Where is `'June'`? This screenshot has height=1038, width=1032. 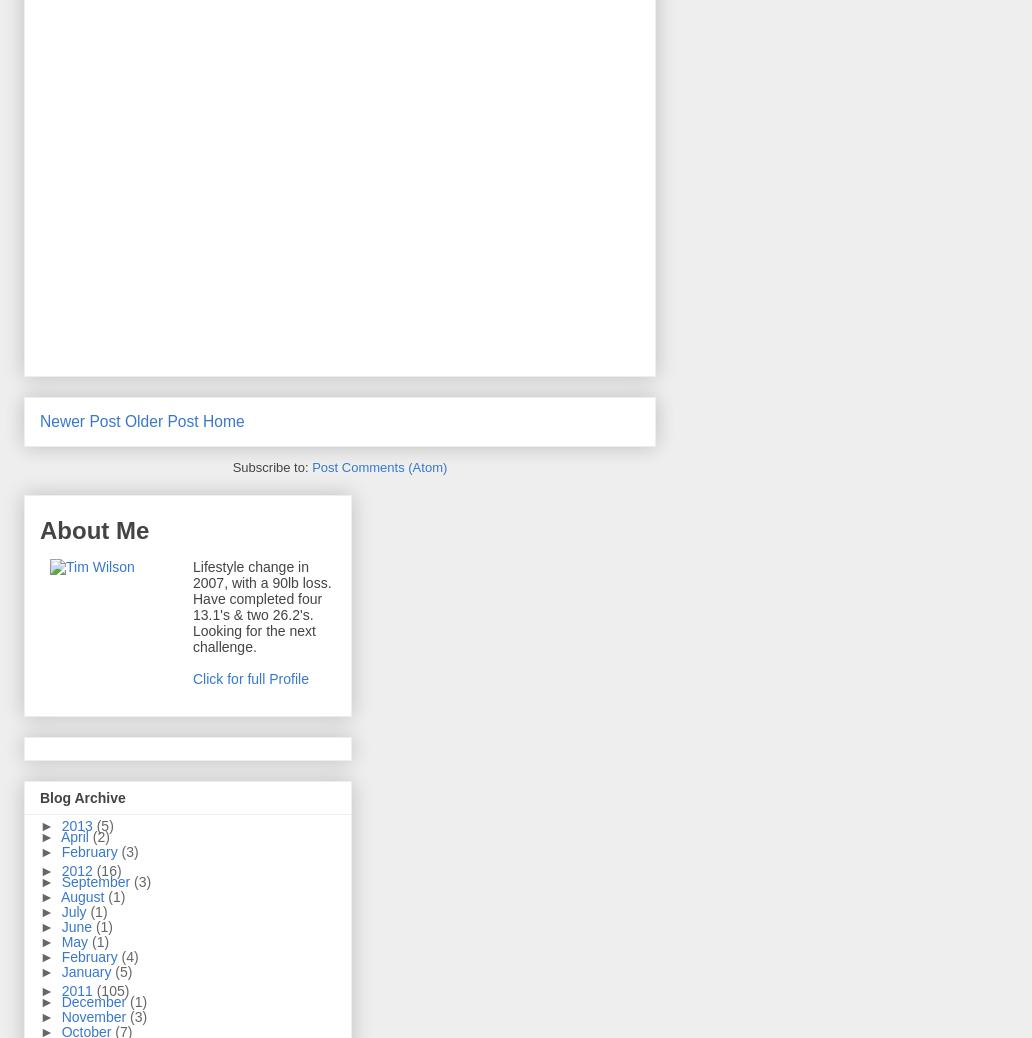
'June' is located at coordinates (78, 927).